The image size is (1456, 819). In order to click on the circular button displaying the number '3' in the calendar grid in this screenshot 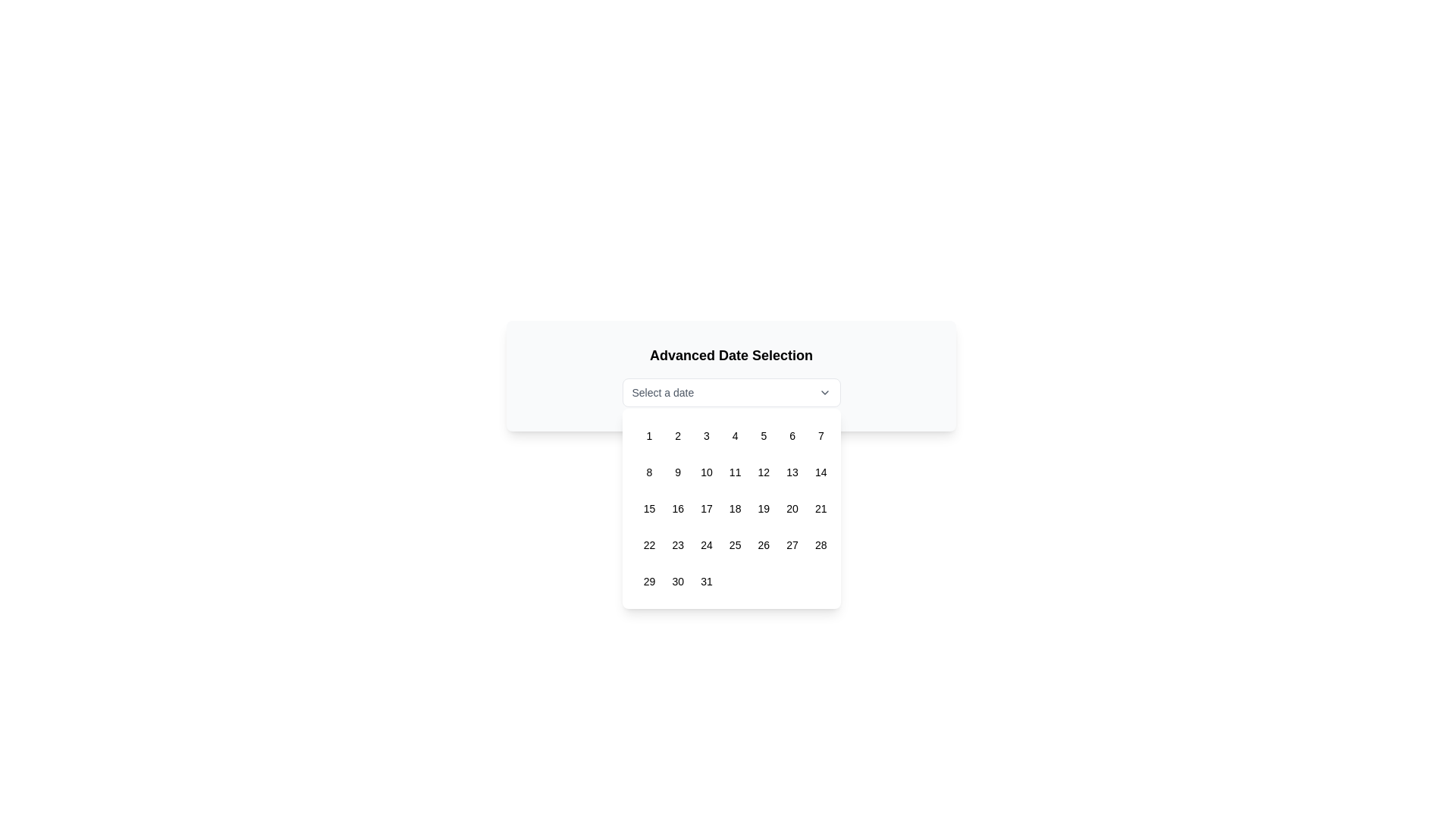, I will do `click(705, 435)`.